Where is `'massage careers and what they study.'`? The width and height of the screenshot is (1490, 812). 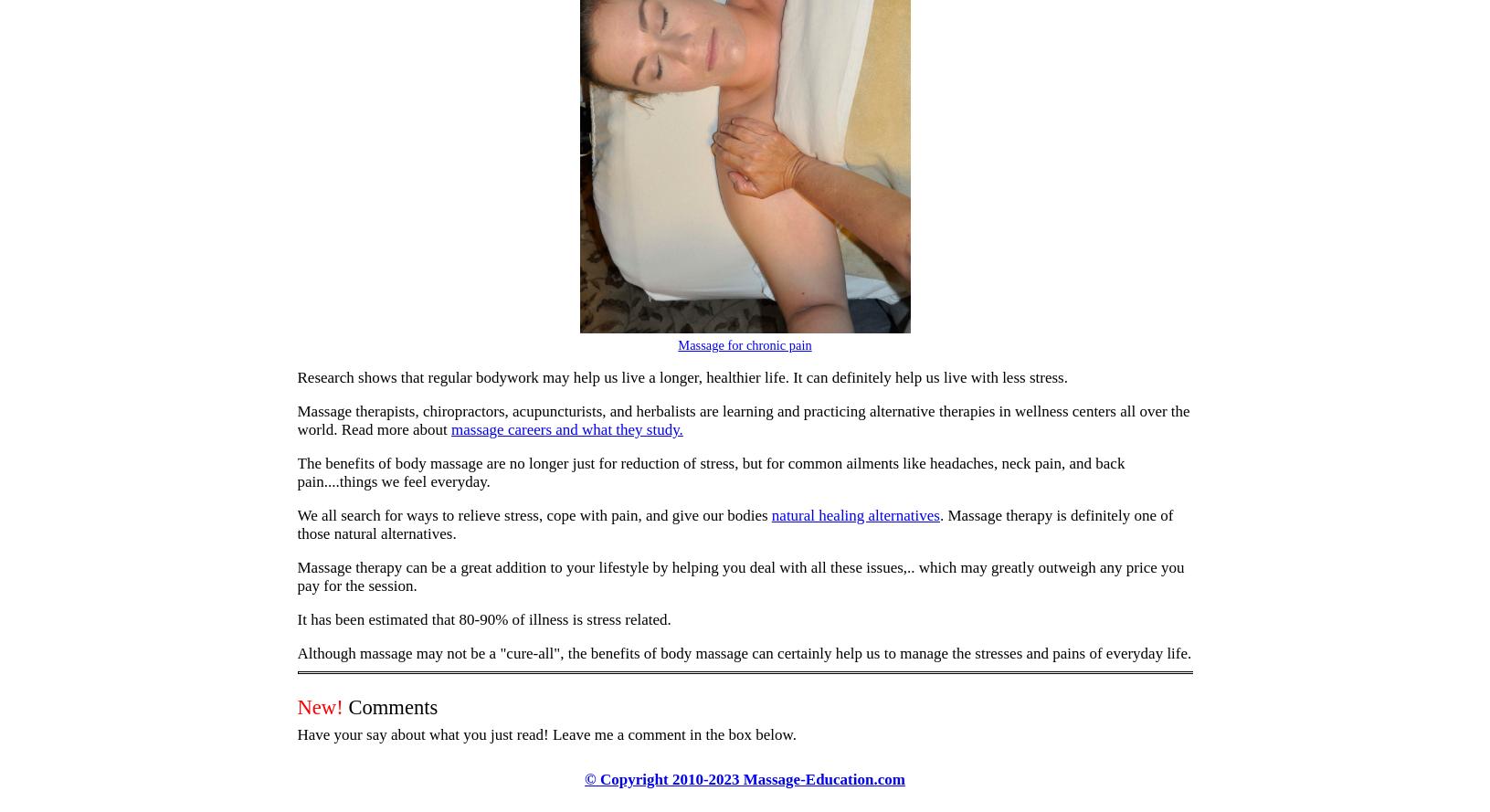
'massage careers and what they study.' is located at coordinates (566, 428).